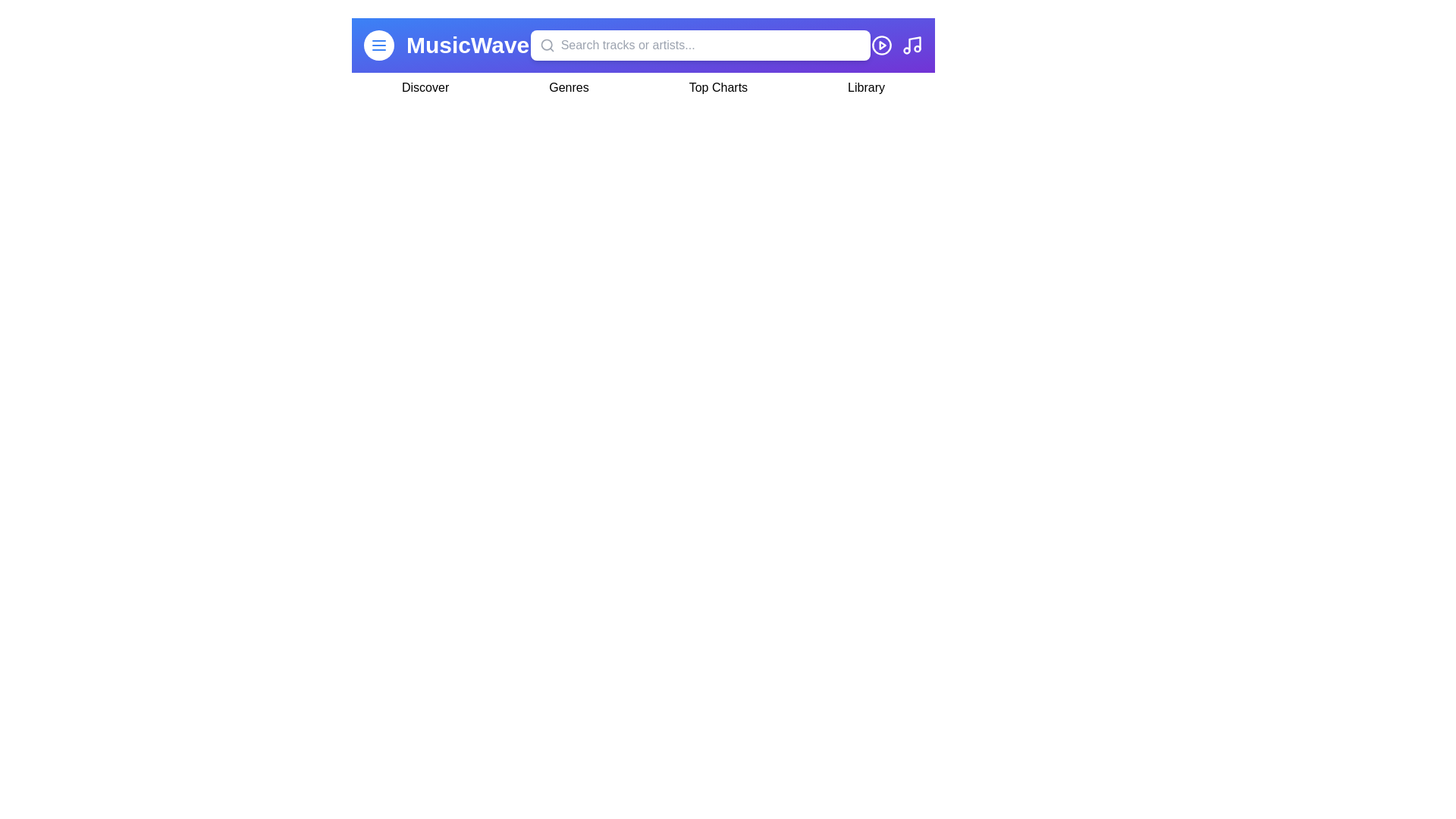  What do you see at coordinates (881, 45) in the screenshot?
I see `the 'Play' icon to initiate playback` at bounding box center [881, 45].